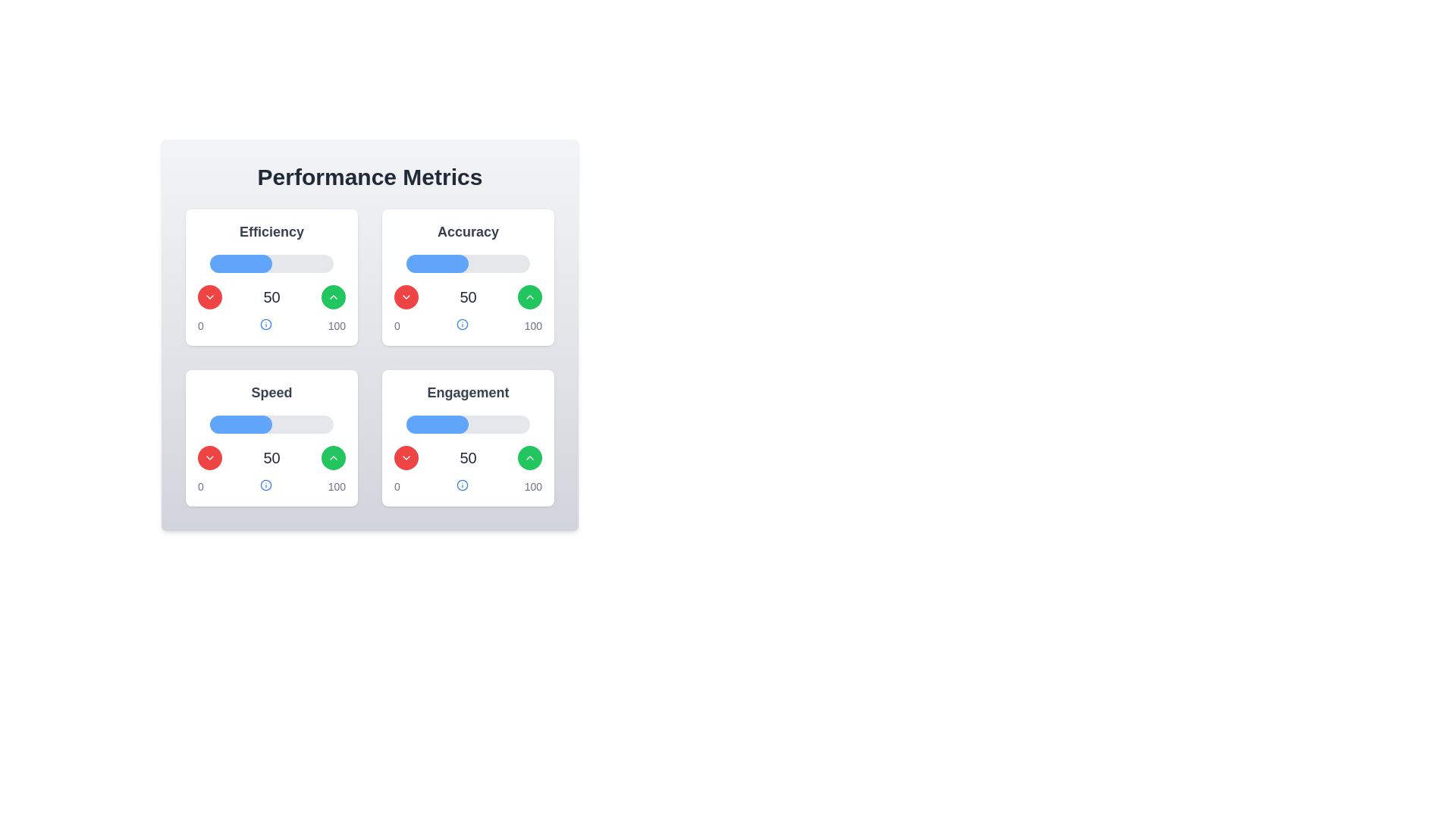 The image size is (1456, 819). What do you see at coordinates (467, 262) in the screenshot?
I see `the horizontal progress bar under the title 'Accuracy' in the top-right card of the performance metrics grid` at bounding box center [467, 262].